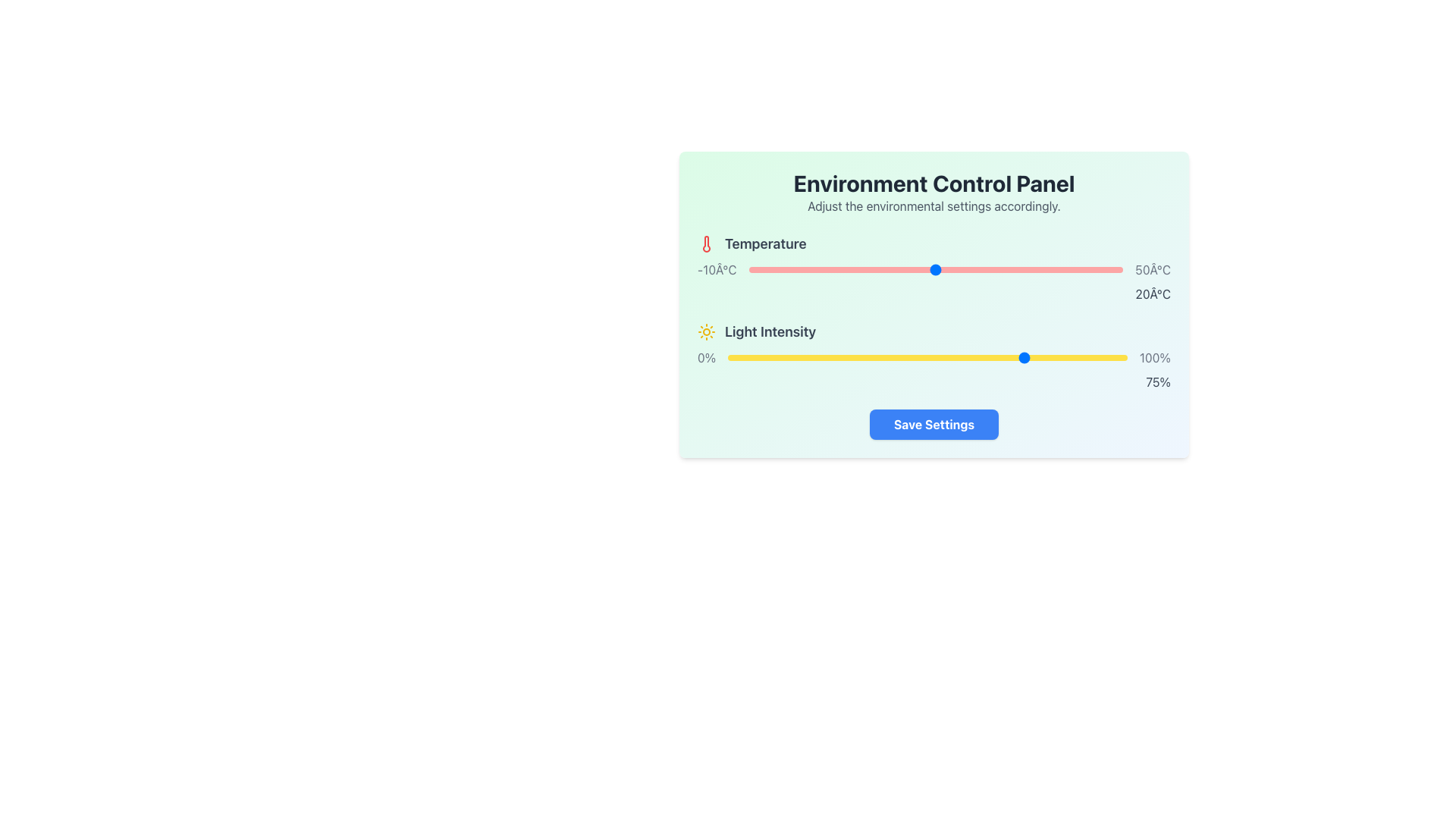 The width and height of the screenshot is (1456, 819). Describe the element at coordinates (770, 331) in the screenshot. I see `the 'Light Intensity' label text, which is styled in medium gray and bold, located below the 'Temperature' control section in the 'Environment Control Panel' interface` at that location.